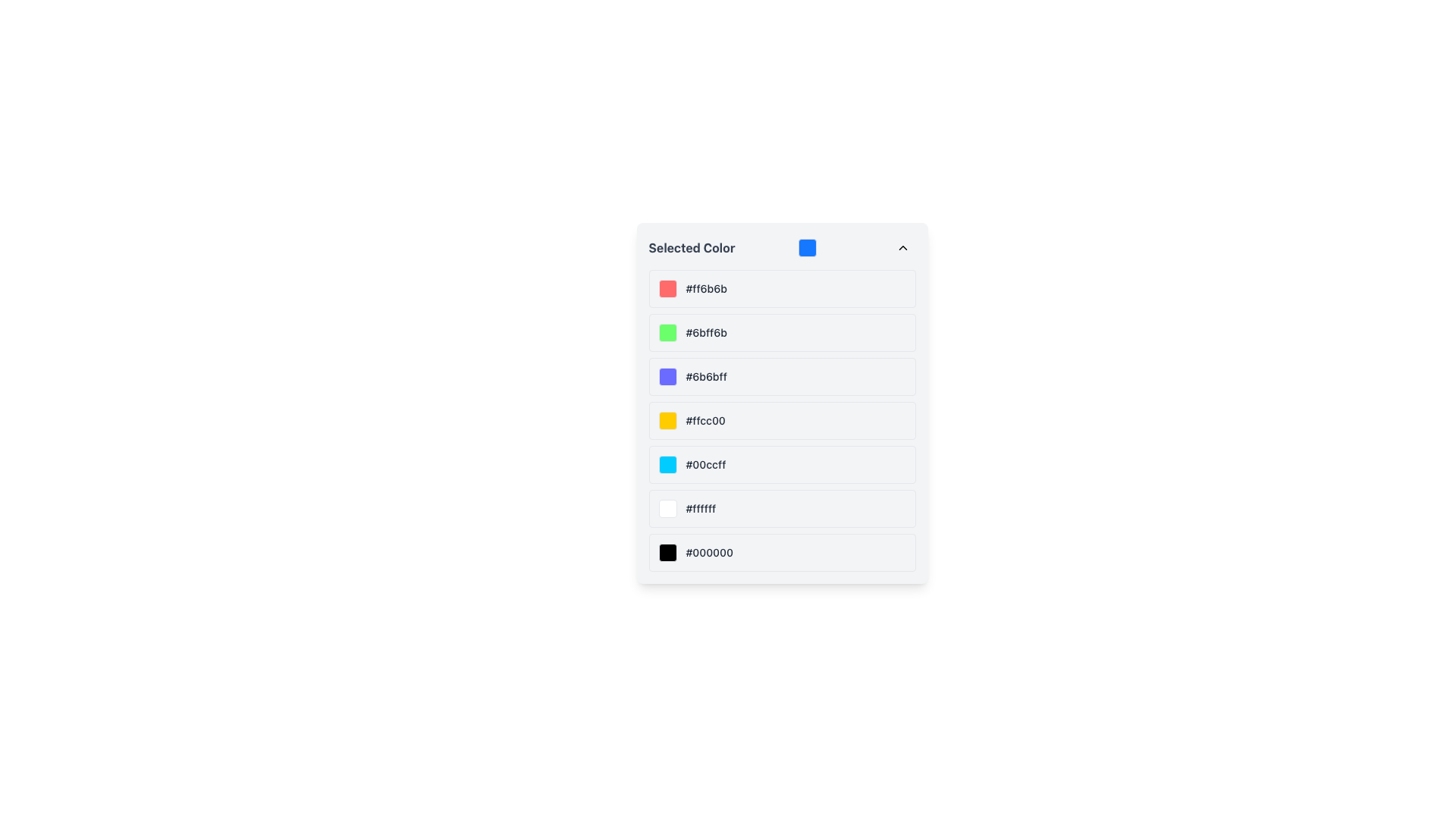 The width and height of the screenshot is (1456, 819). I want to click on the button-like interactive selector, so click(782, 332).